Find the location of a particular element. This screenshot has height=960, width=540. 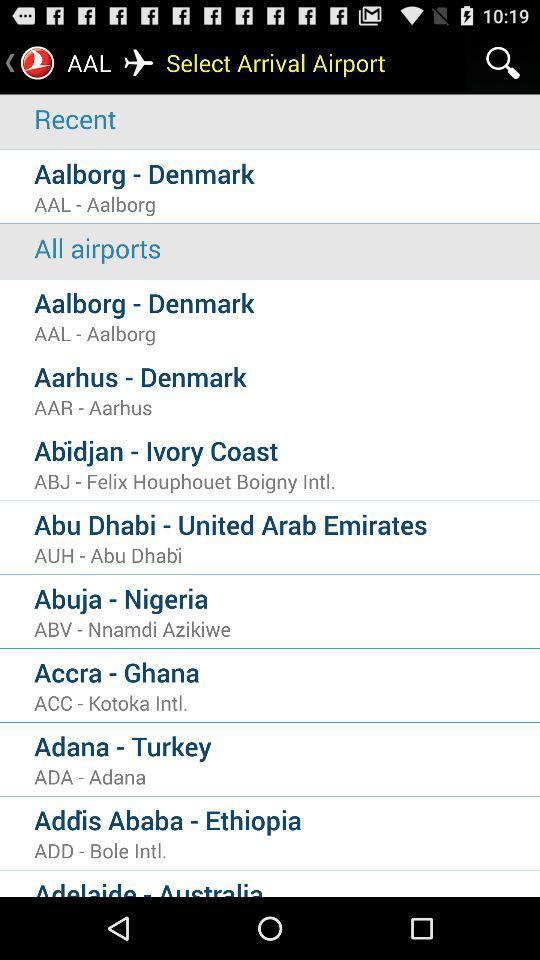

the aar - aarhus item is located at coordinates (286, 406).